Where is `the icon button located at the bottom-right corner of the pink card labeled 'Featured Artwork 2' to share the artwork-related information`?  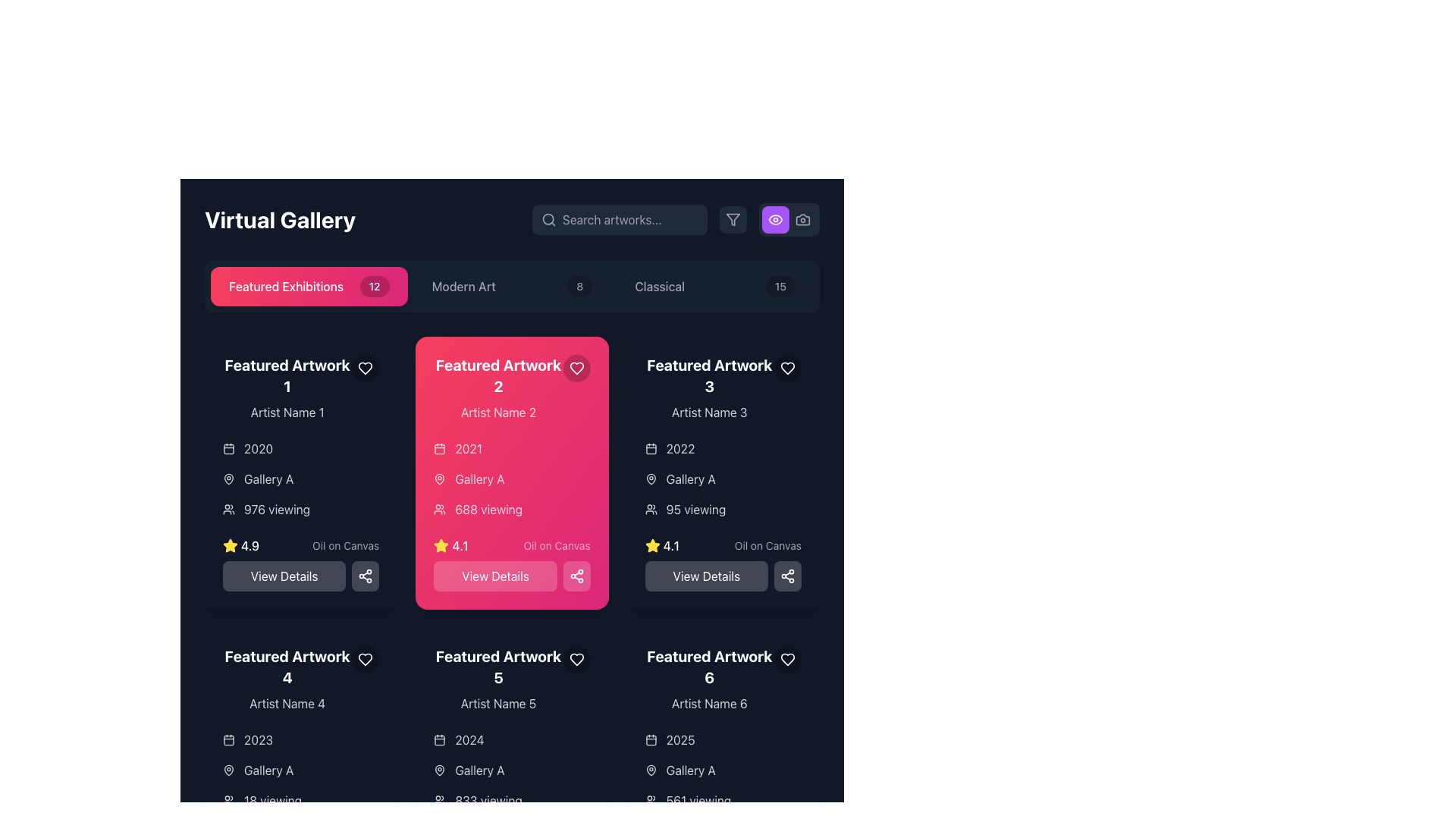
the icon button located at the bottom-right corner of the pink card labeled 'Featured Artwork 2' to share the artwork-related information is located at coordinates (576, 576).